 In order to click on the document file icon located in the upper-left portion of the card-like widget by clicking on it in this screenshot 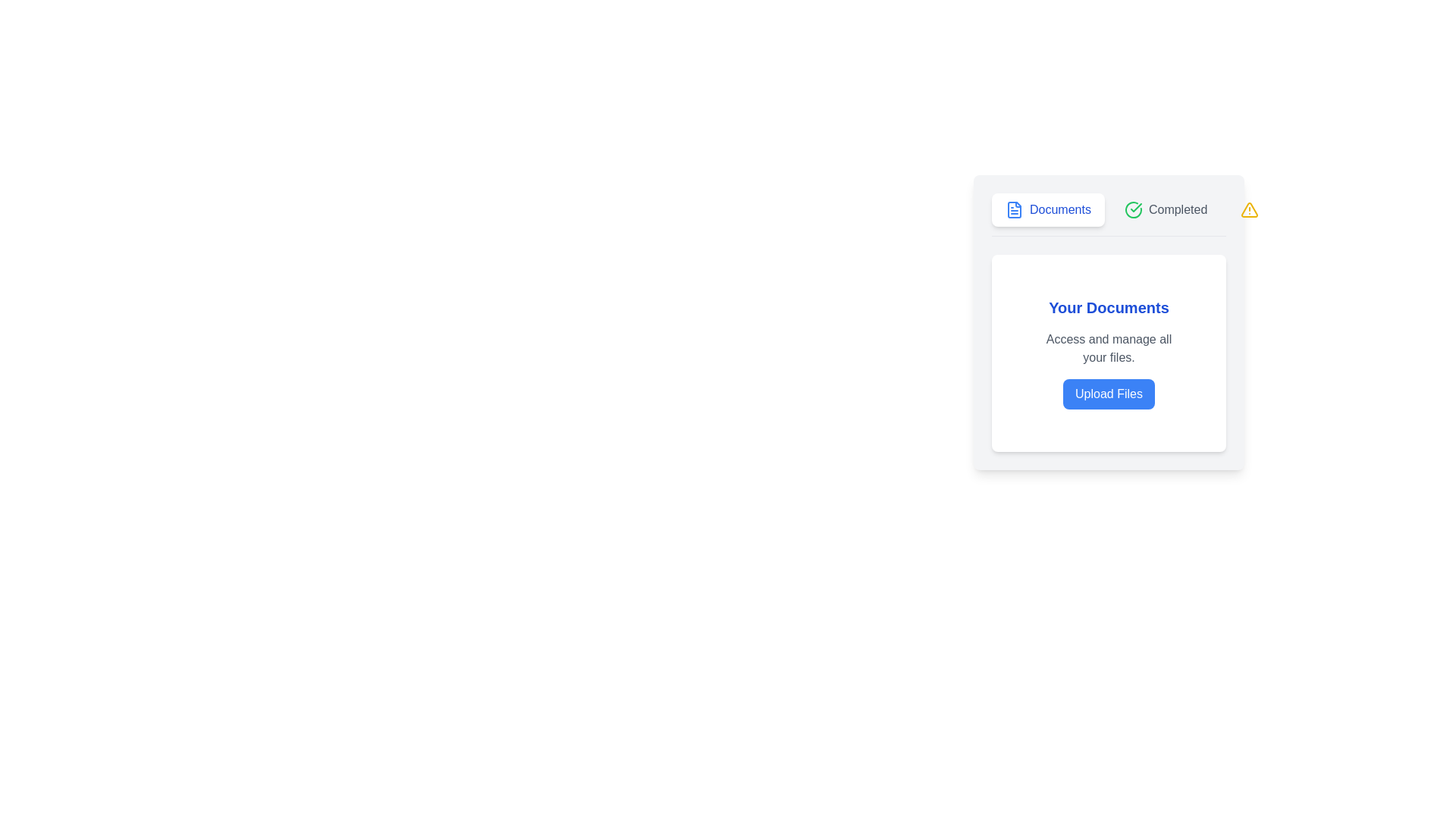, I will do `click(1015, 210)`.